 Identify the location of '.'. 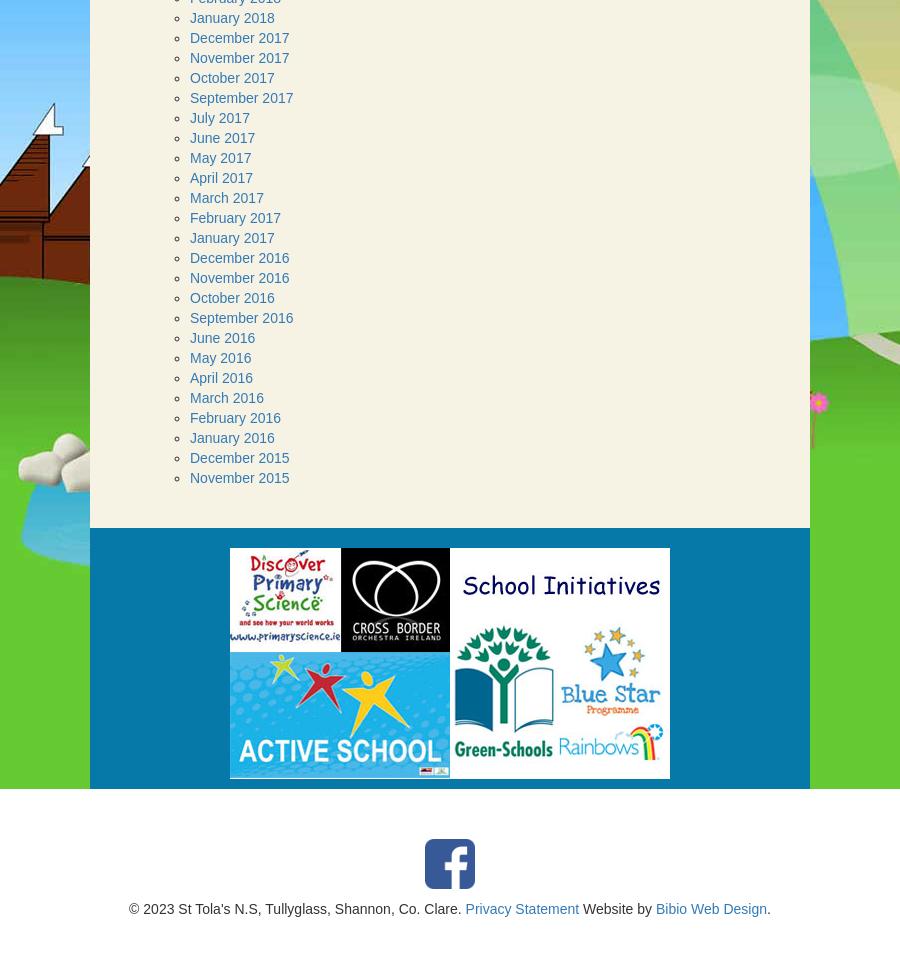
(767, 908).